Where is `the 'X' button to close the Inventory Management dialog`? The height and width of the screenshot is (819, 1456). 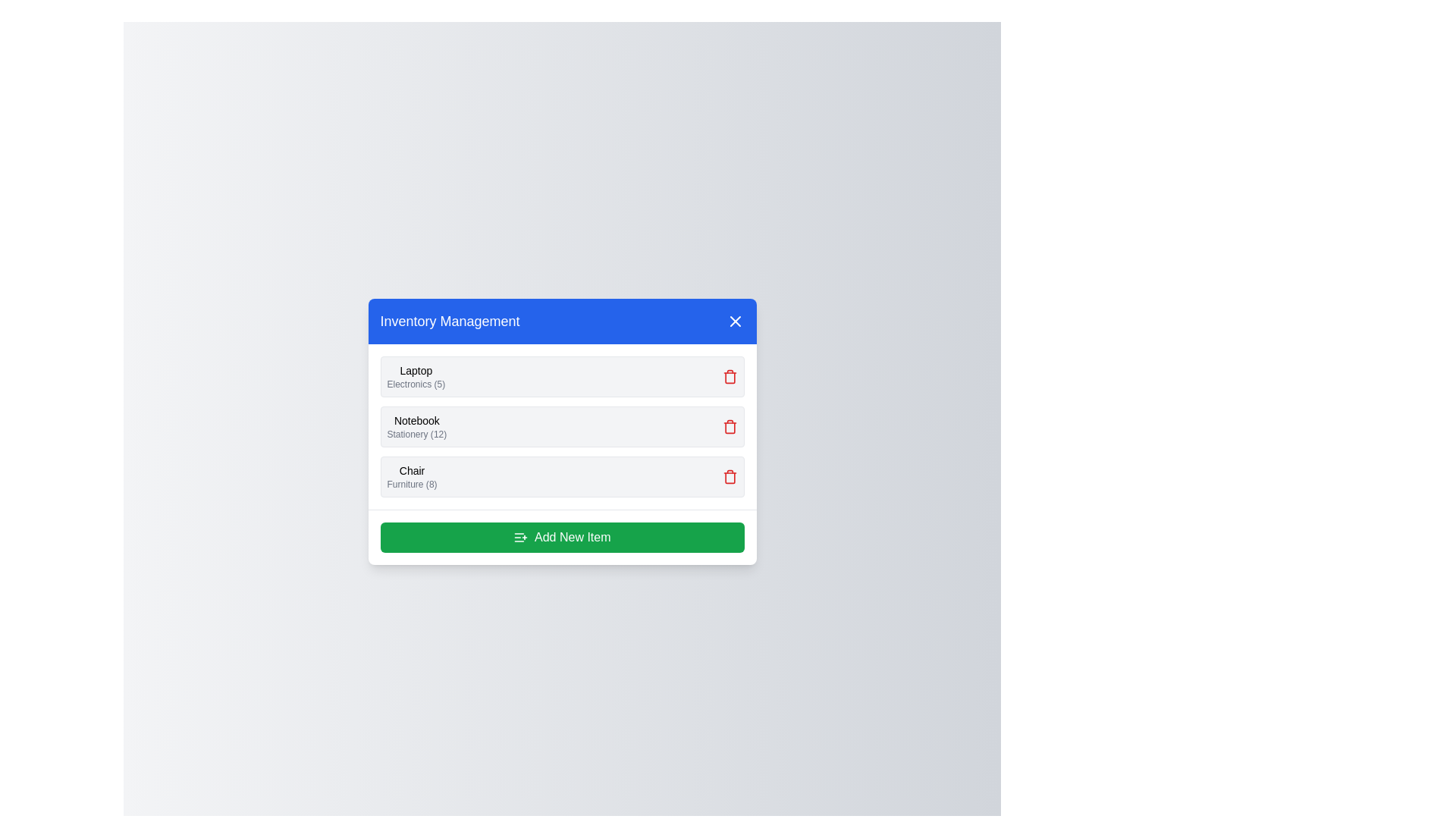
the 'X' button to close the Inventory Management dialog is located at coordinates (735, 320).